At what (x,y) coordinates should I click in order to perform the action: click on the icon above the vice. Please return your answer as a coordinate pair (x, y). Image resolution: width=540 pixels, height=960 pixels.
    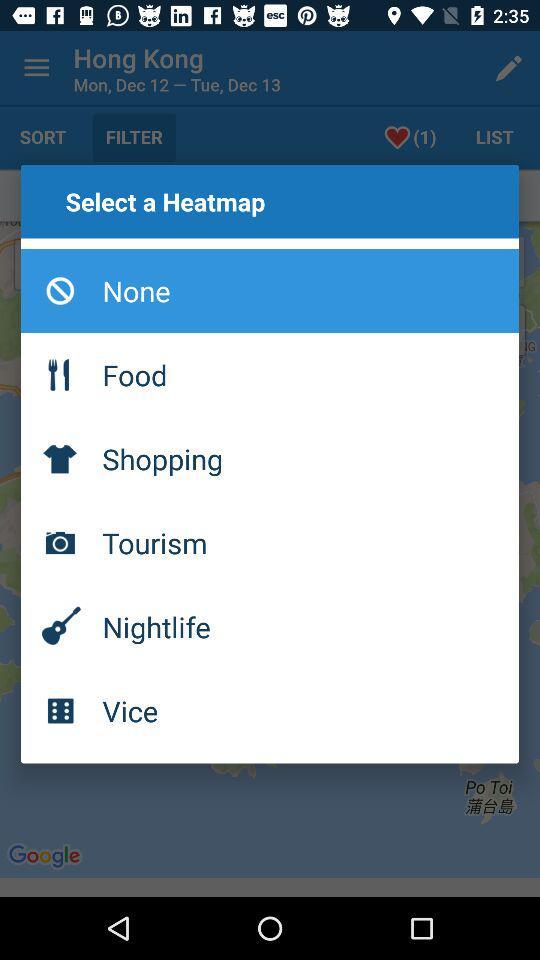
    Looking at the image, I should click on (270, 625).